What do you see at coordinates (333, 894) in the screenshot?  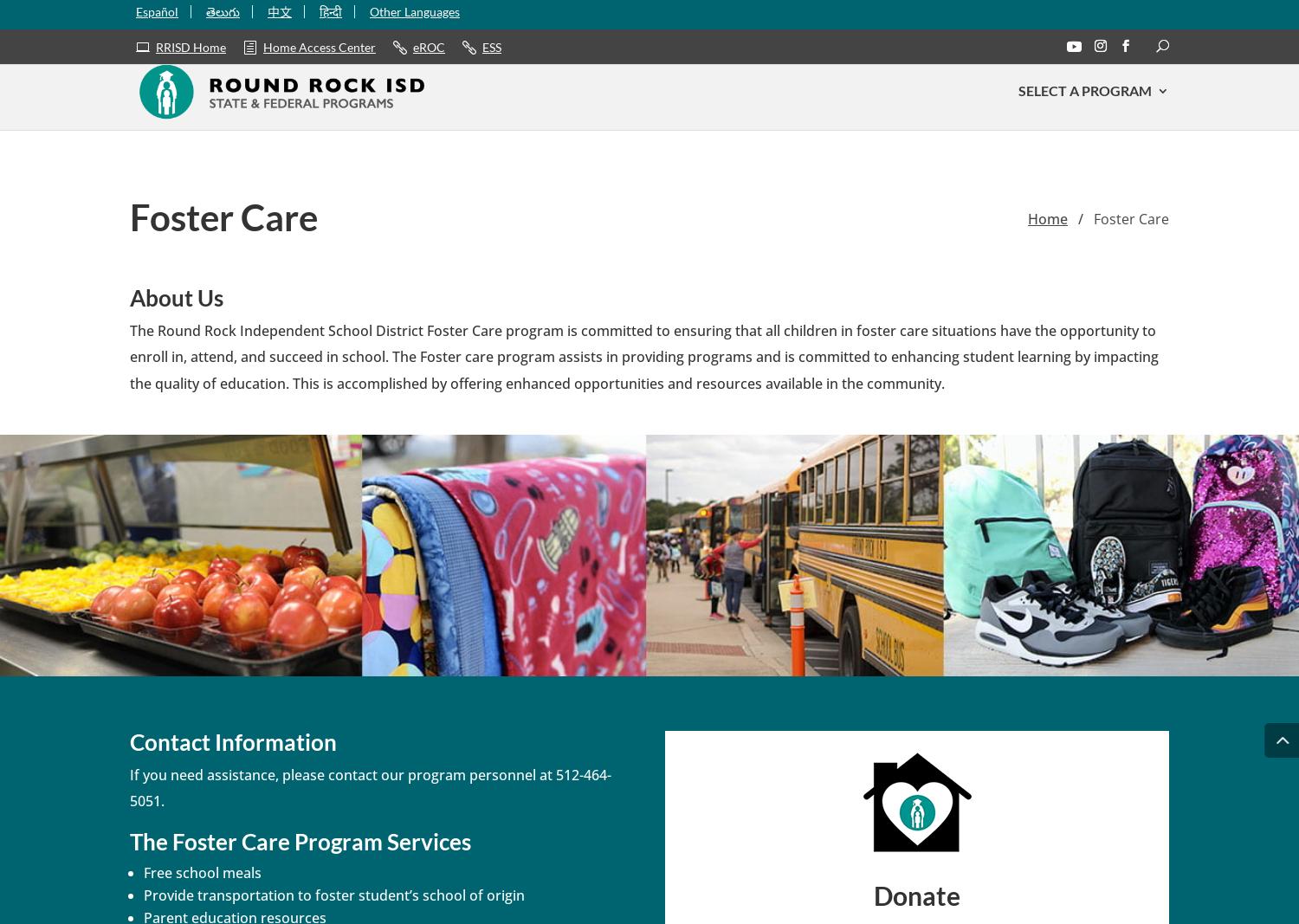 I see `'Provide transportation to foster student’s school of origin'` at bounding box center [333, 894].